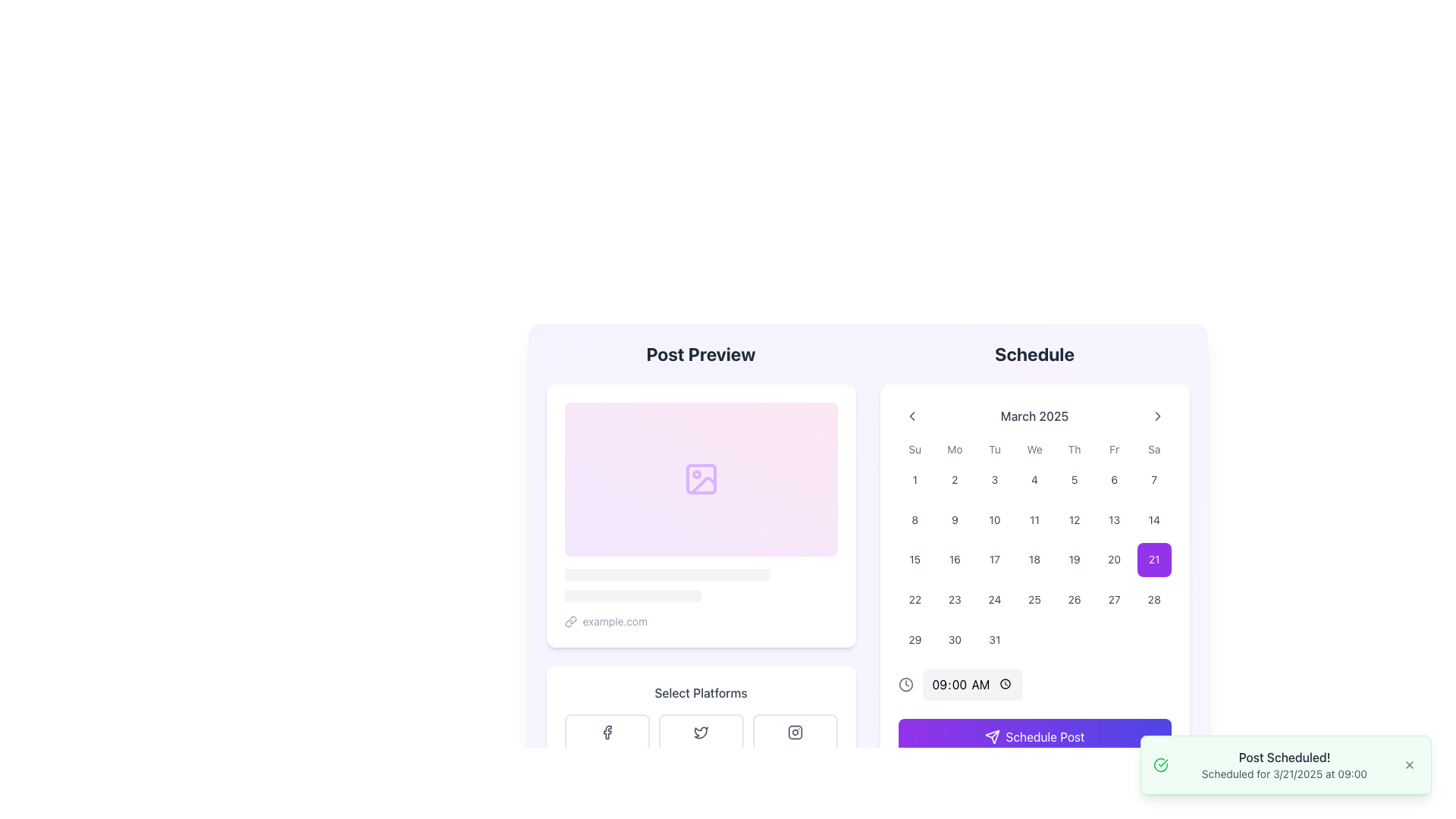 This screenshot has width=1456, height=819. Describe the element at coordinates (1156, 416) in the screenshot. I see `the downward arrow icon to advance to the next month in the calendar view` at that location.